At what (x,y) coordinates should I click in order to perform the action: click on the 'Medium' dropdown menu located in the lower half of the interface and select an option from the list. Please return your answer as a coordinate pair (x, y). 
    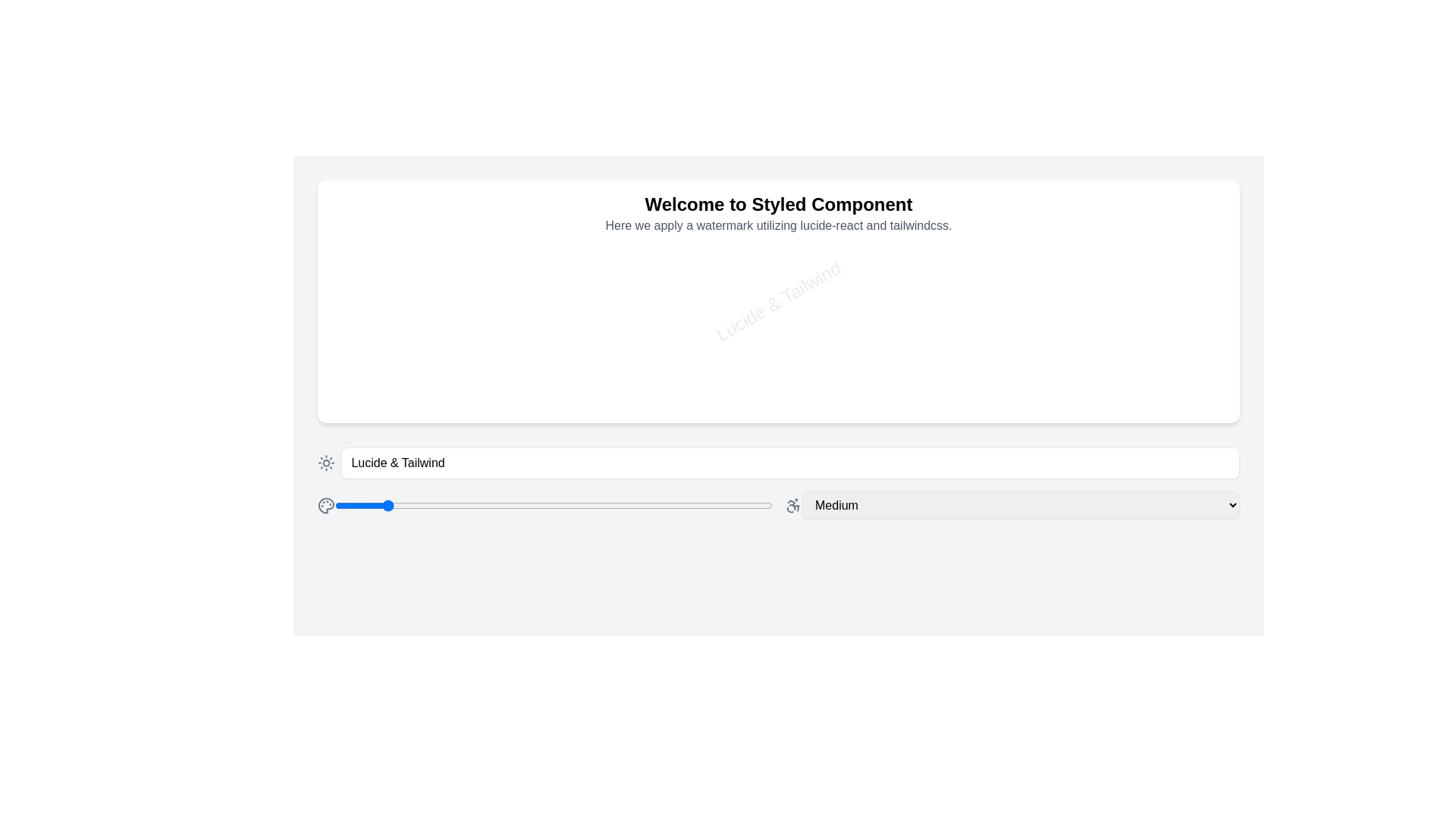
    Looking at the image, I should click on (1012, 505).